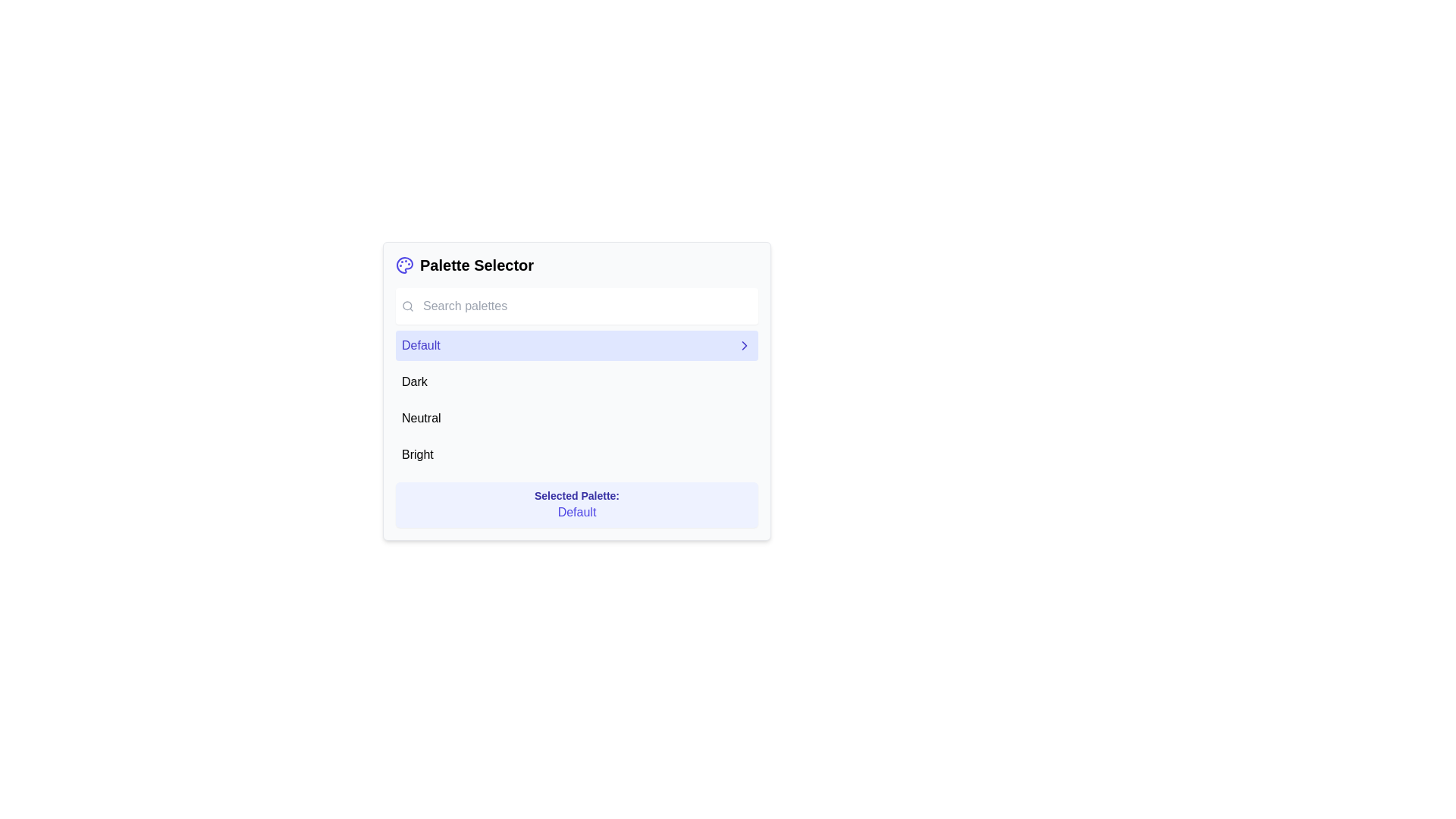 The width and height of the screenshot is (1456, 819). I want to click on the main body of the palette icon located at the top-left portion of the layout interface to use it as an identifier for related functionality, so click(404, 265).